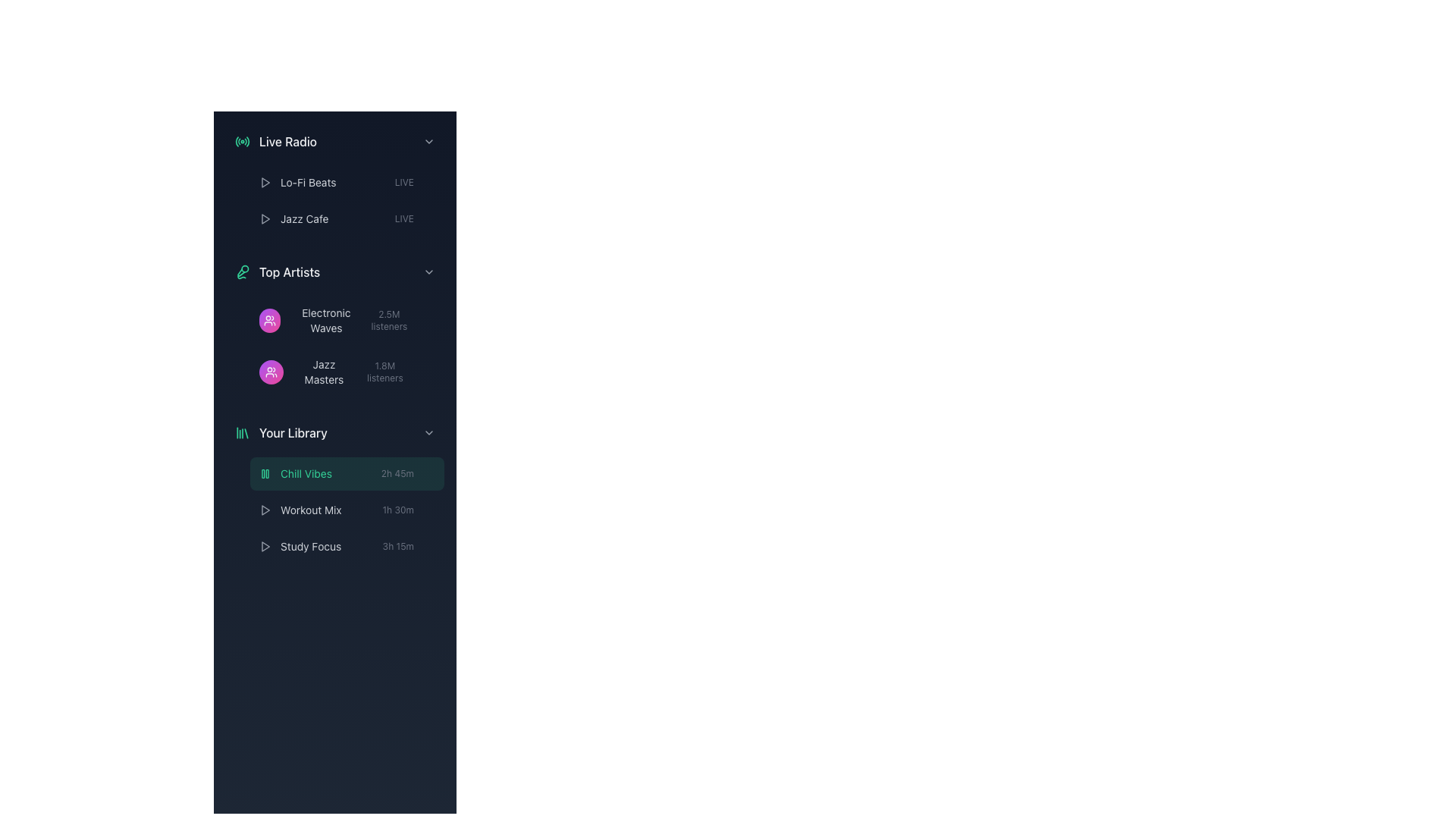 This screenshot has height=819, width=1456. What do you see at coordinates (269, 320) in the screenshot?
I see `the category visually` at bounding box center [269, 320].